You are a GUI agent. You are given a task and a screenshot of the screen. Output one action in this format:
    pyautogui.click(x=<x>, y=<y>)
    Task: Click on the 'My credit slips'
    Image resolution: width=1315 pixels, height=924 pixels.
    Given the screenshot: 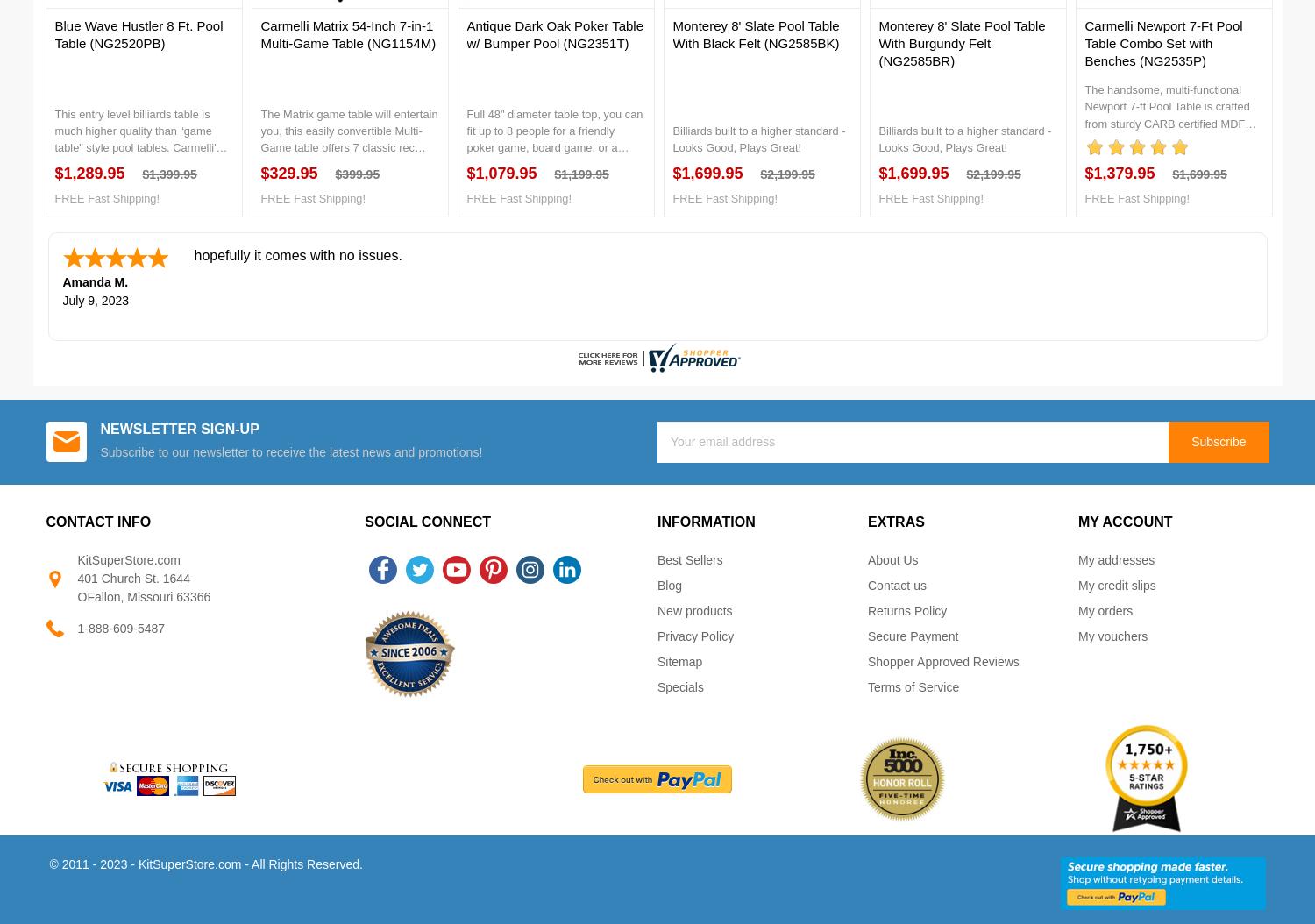 What is the action you would take?
    pyautogui.click(x=1116, y=586)
    